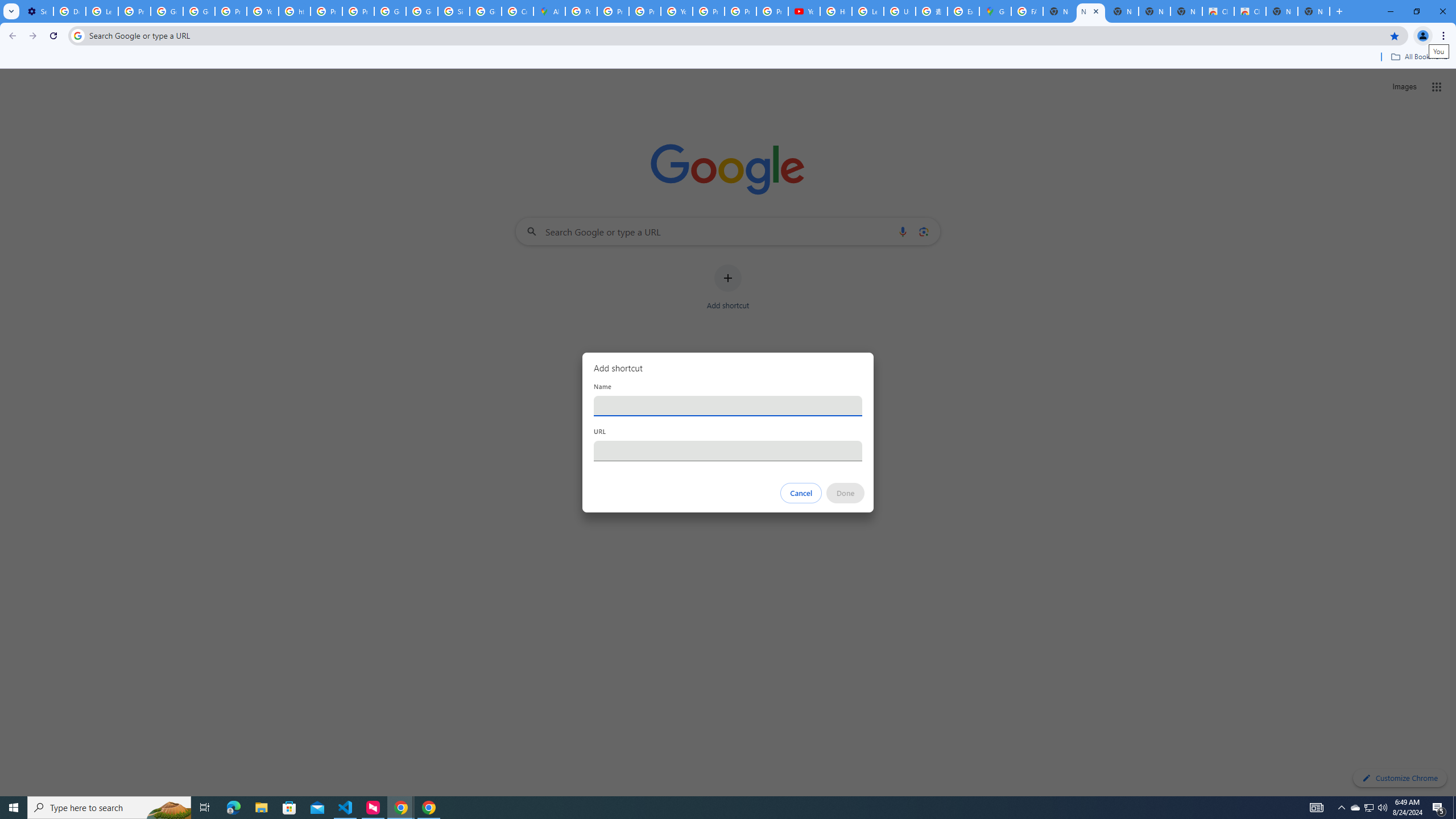 Image resolution: width=1456 pixels, height=819 pixels. What do you see at coordinates (614, 11) in the screenshot?
I see `'Privacy Help Center - Policies Help'` at bounding box center [614, 11].